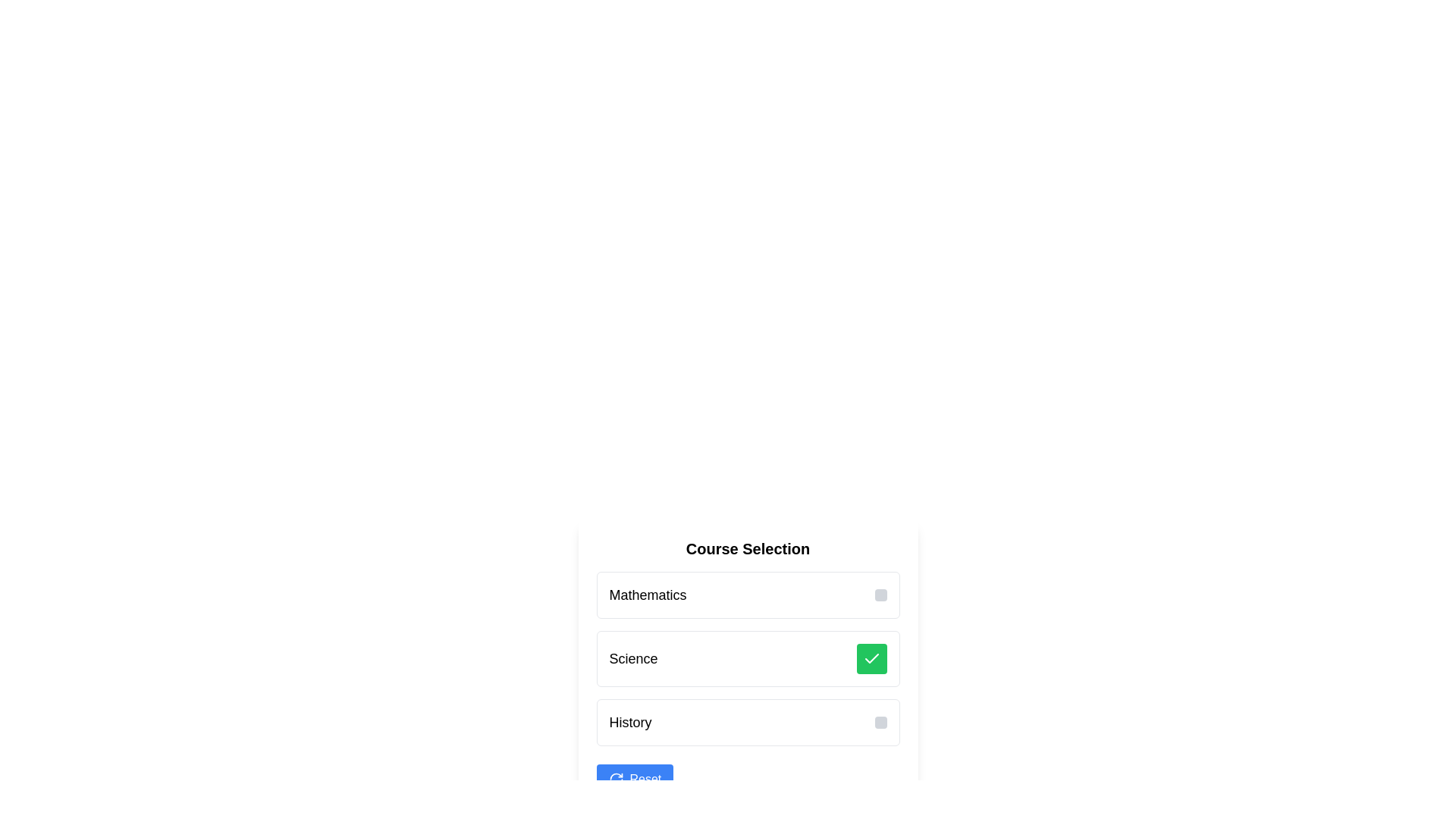 The width and height of the screenshot is (1456, 819). I want to click on the 'Science' text label, which serves as a title for the selectable category within the list, positioned between 'Mathematics' and 'History', so click(633, 657).